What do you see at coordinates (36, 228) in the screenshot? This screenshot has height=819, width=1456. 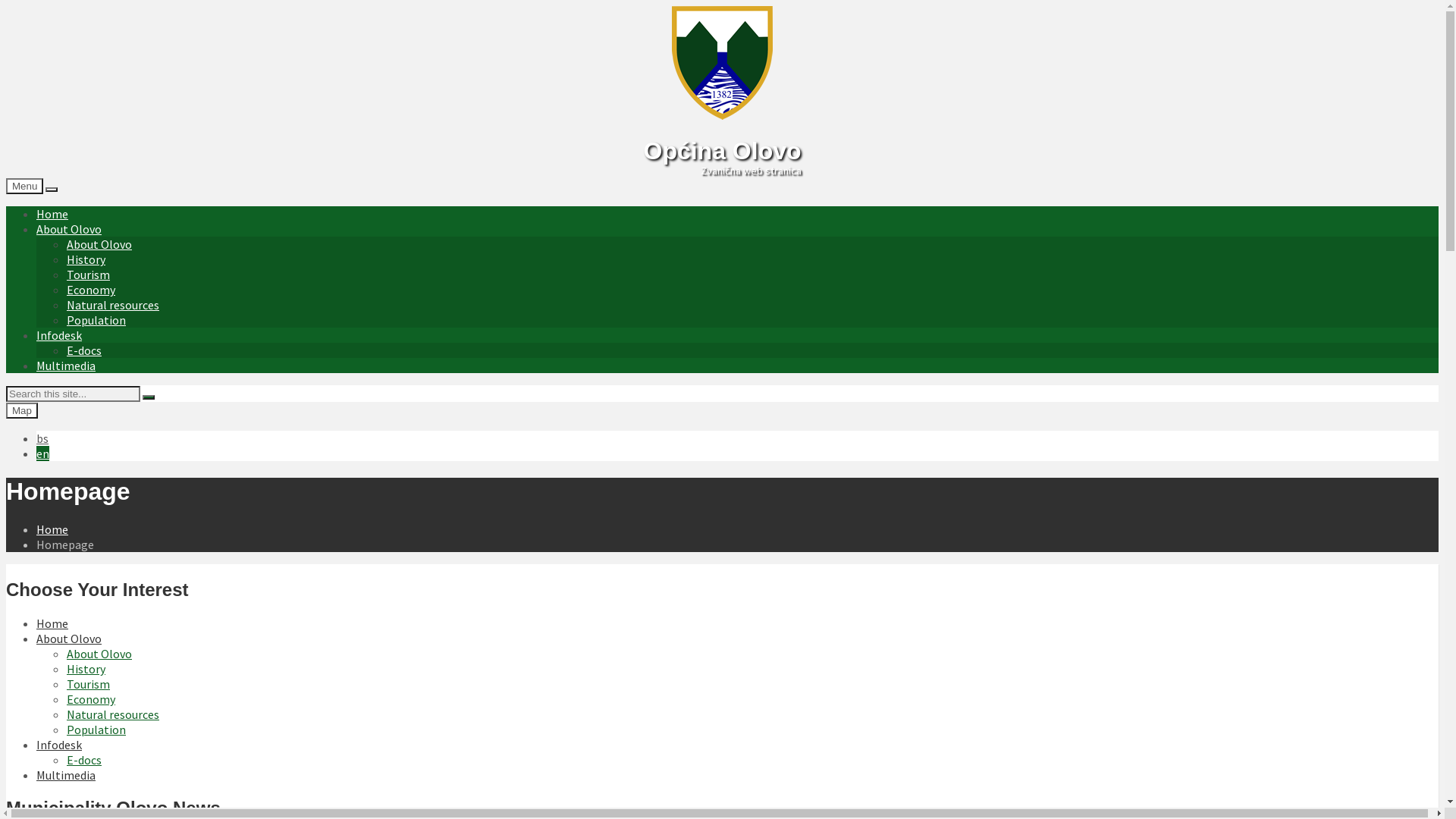 I see `'About Olovo'` at bounding box center [36, 228].